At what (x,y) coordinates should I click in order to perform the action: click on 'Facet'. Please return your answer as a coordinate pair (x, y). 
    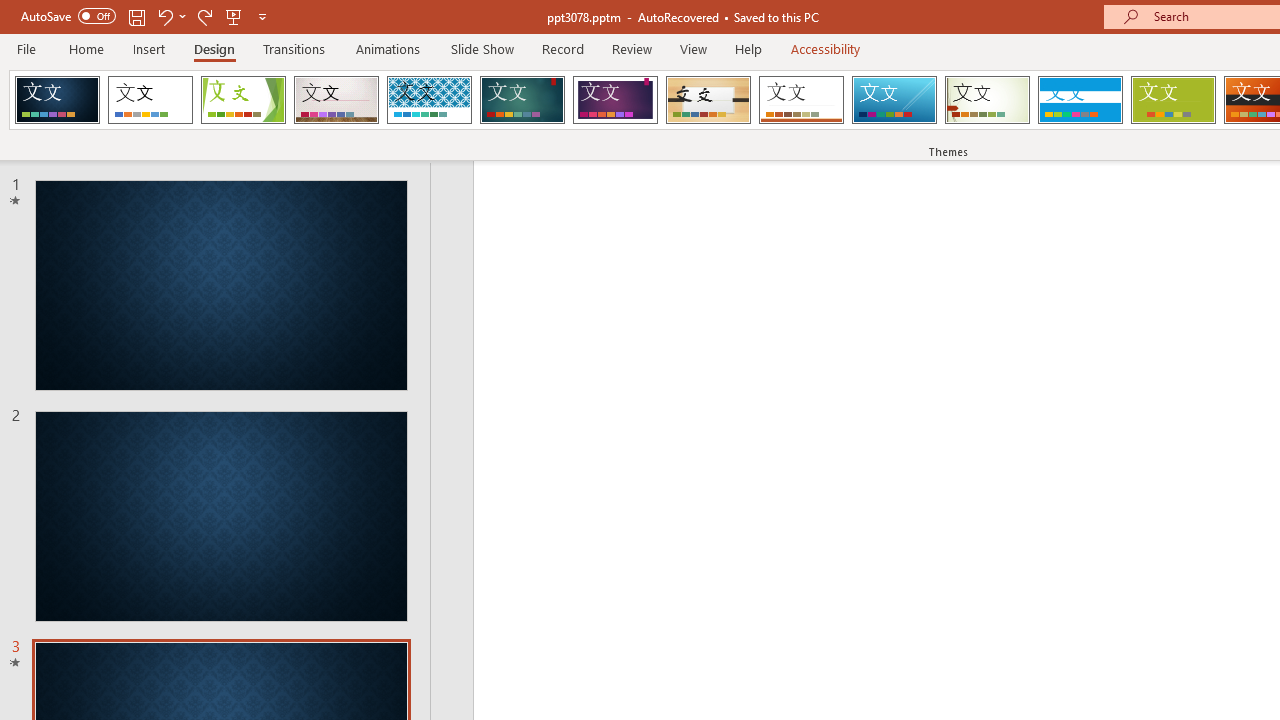
    Looking at the image, I should click on (242, 100).